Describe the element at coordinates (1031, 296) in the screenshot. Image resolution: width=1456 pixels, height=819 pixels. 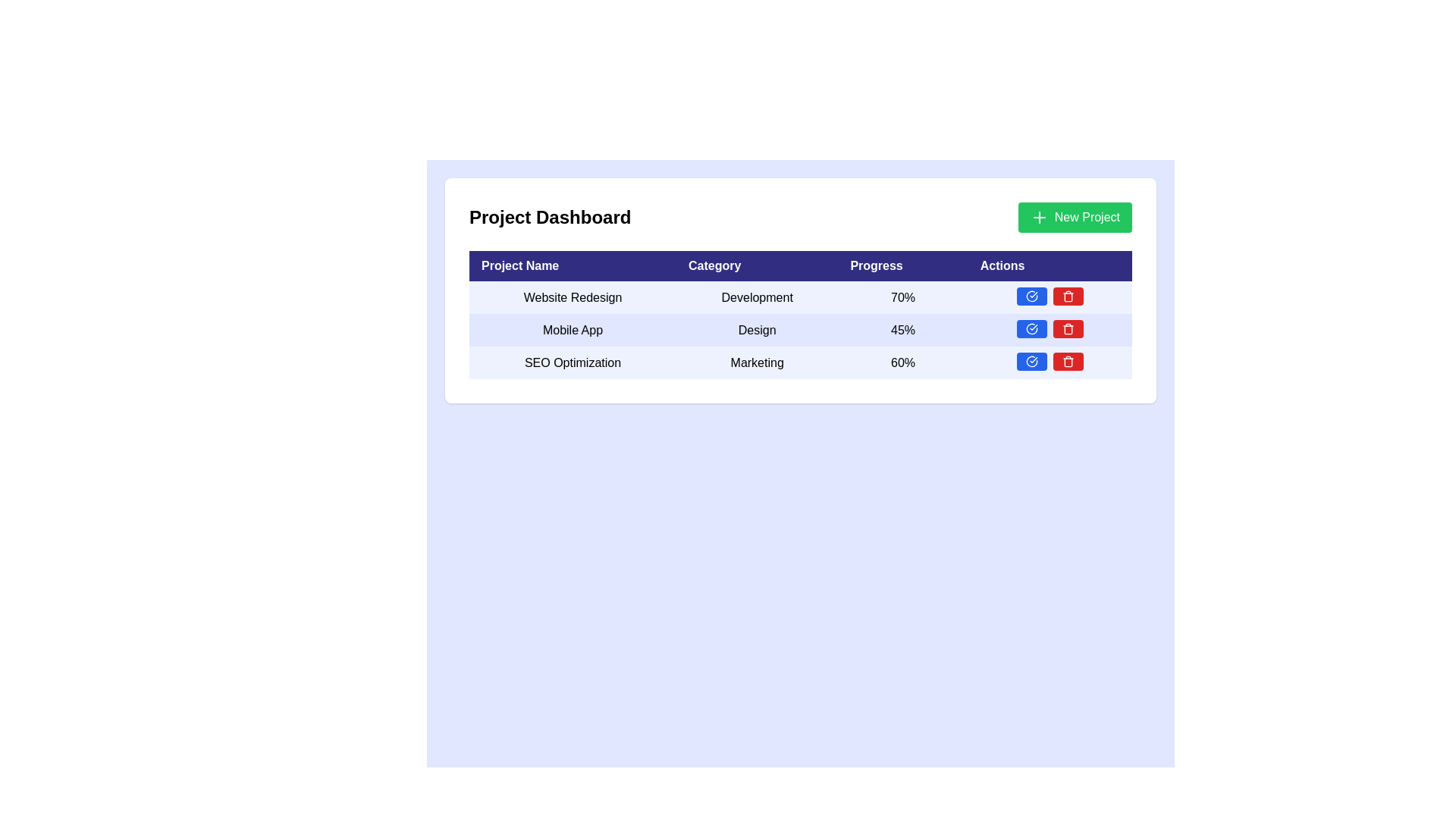
I see `the circular checkmark icon with a blue background, which is the first icon in the 'Actions' column of the first row in the table` at that location.